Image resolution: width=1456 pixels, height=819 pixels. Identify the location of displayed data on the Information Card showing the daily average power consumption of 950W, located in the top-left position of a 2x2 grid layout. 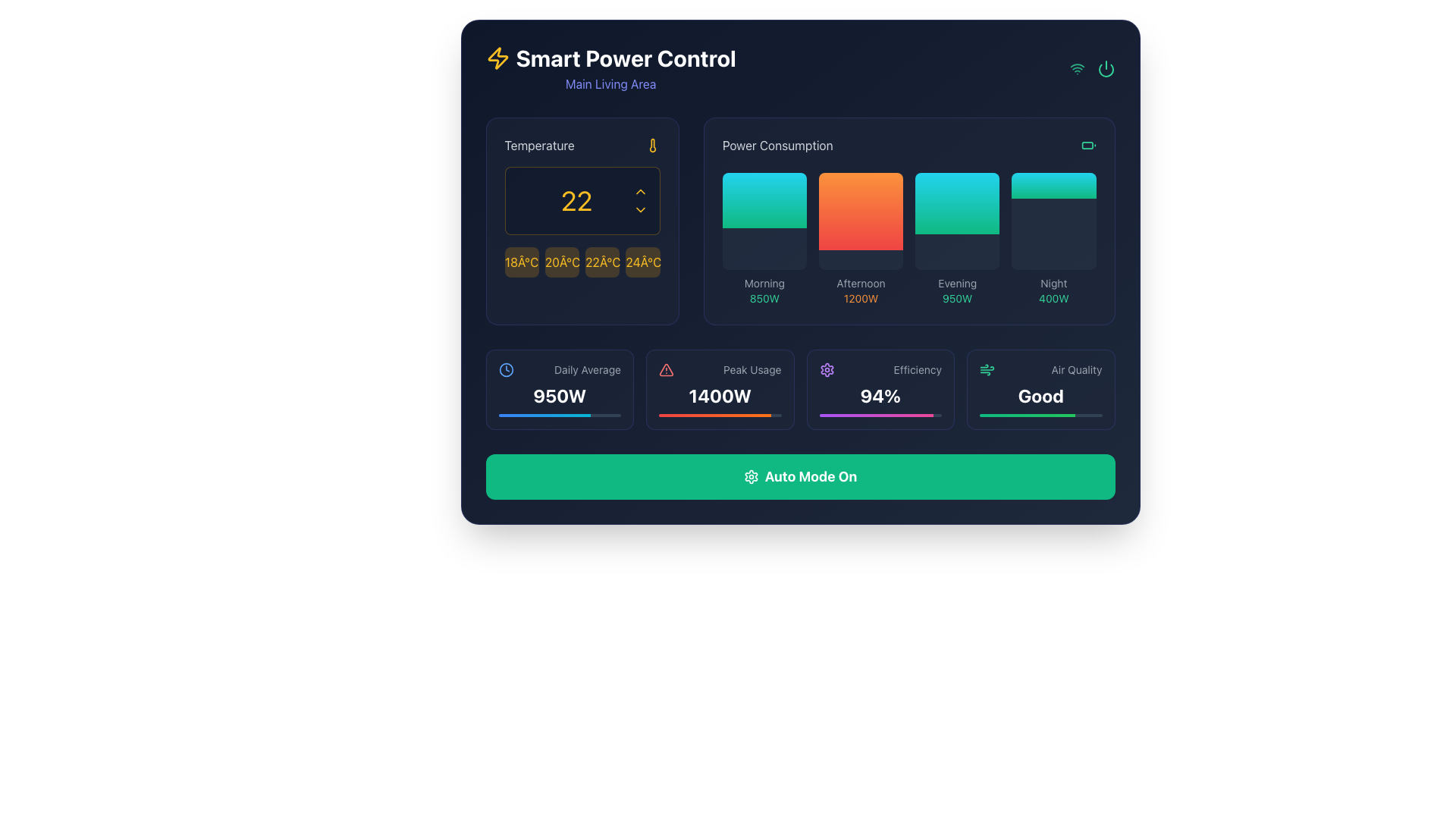
(559, 388).